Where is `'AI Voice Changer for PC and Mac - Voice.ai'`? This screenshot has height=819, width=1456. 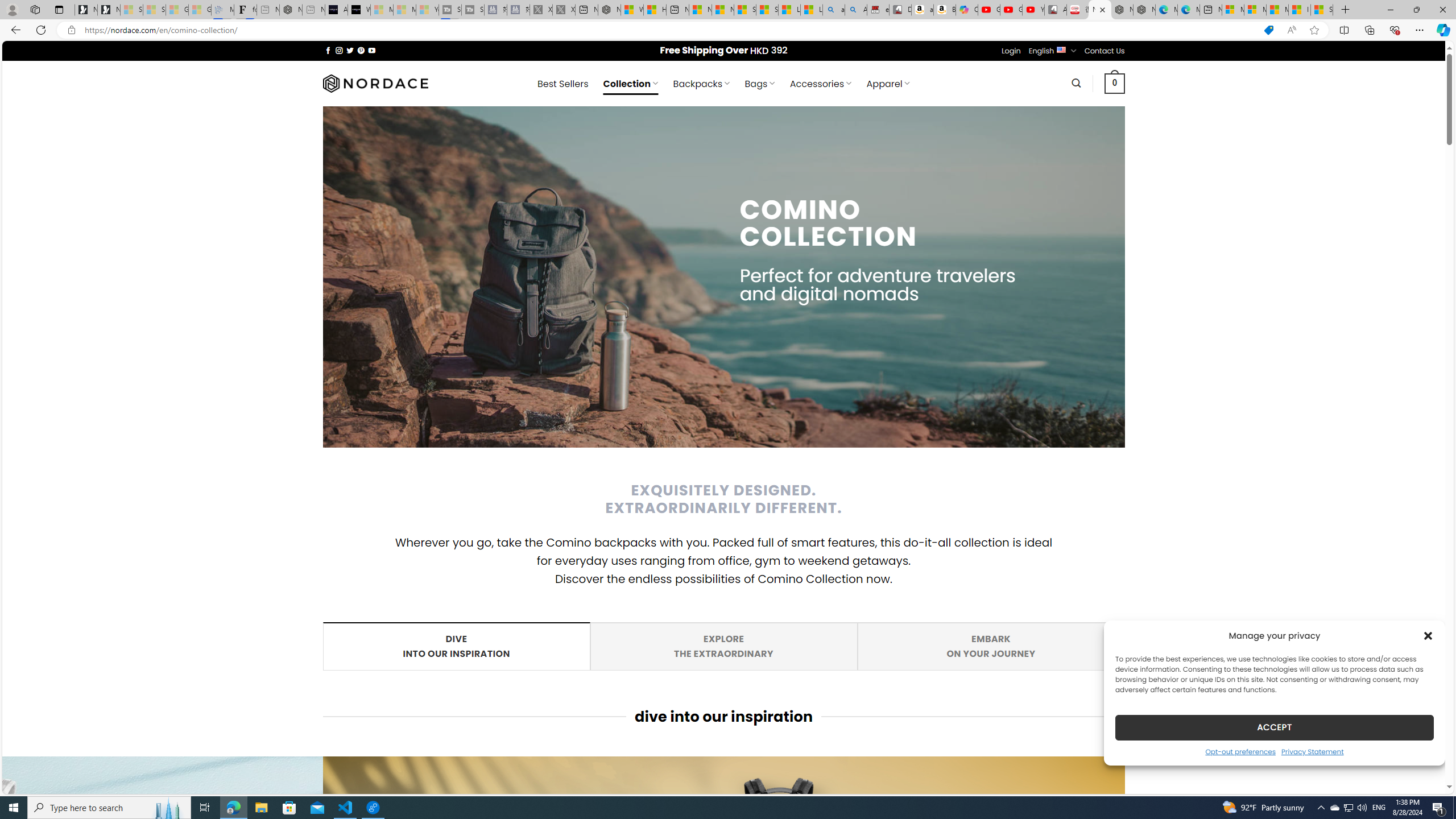
'AI Voice Changer for PC and Mac - Voice.ai' is located at coordinates (336, 9).